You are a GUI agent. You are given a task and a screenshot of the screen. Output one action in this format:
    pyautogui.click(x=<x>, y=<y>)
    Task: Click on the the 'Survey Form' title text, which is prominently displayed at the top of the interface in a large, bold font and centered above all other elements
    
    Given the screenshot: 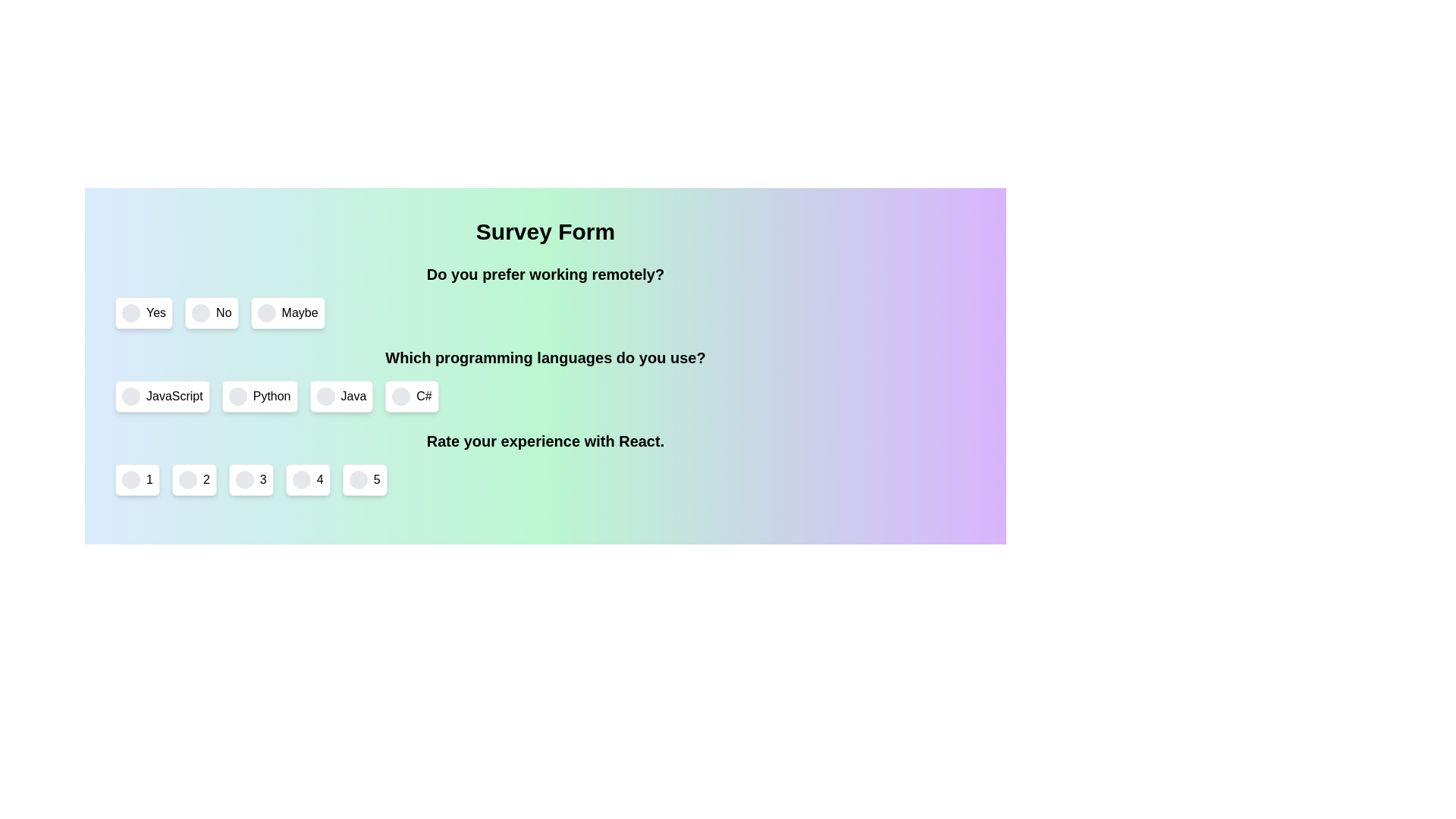 What is the action you would take?
    pyautogui.click(x=545, y=231)
    